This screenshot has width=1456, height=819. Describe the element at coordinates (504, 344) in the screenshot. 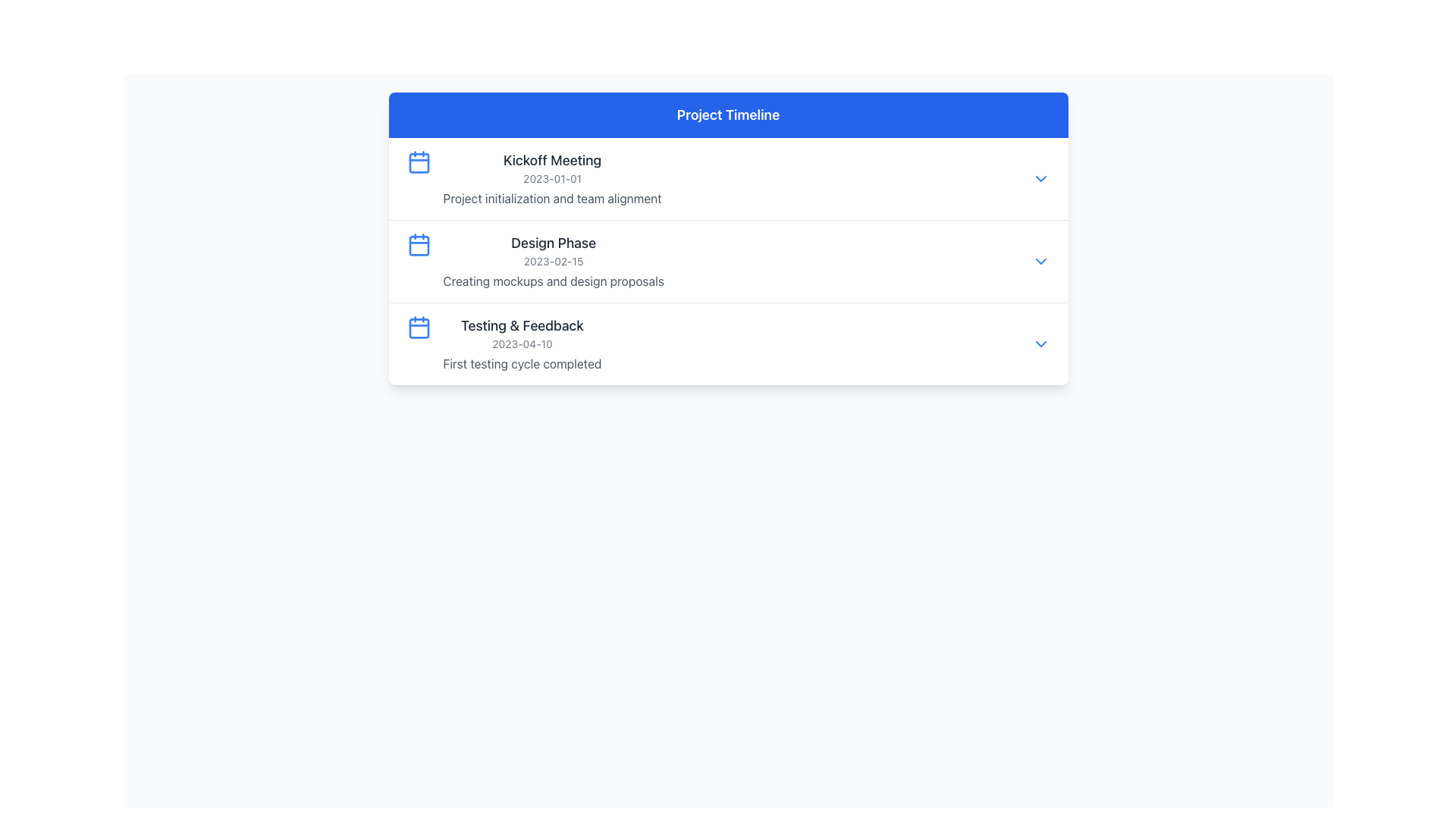

I see `text content of the timeline entry labeled 'Testing & Feedback', which includes the date '2023-04-10' and the description 'First testing cycle completed'` at that location.